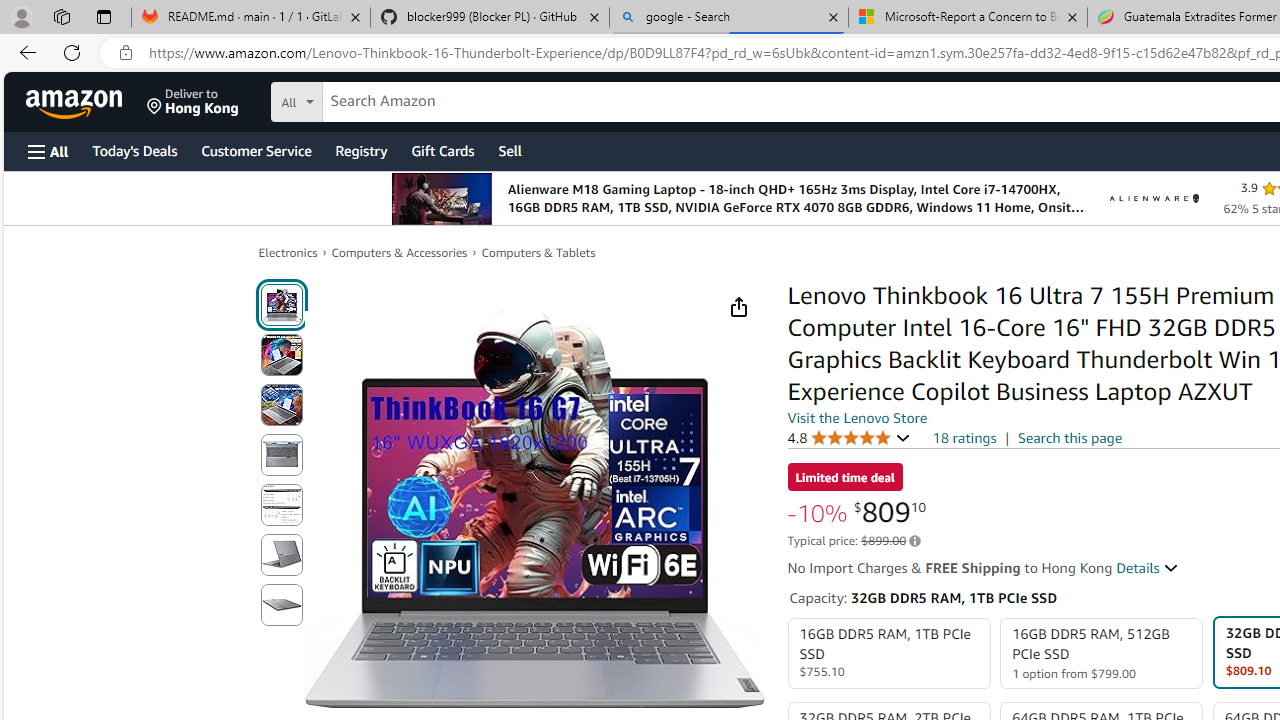 The image size is (1280, 720). Describe the element at coordinates (48, 150) in the screenshot. I see `'Open Menu'` at that location.